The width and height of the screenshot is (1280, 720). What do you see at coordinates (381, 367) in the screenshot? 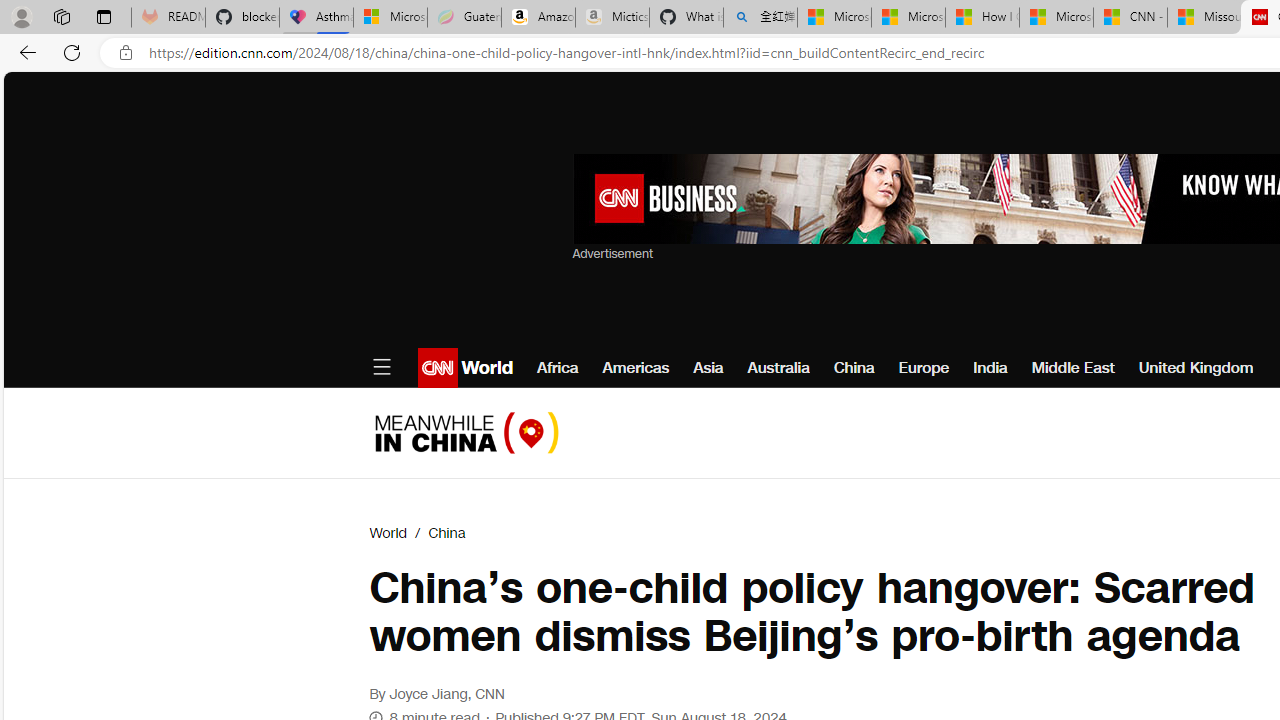
I see `'Open Menu Icon'` at bounding box center [381, 367].